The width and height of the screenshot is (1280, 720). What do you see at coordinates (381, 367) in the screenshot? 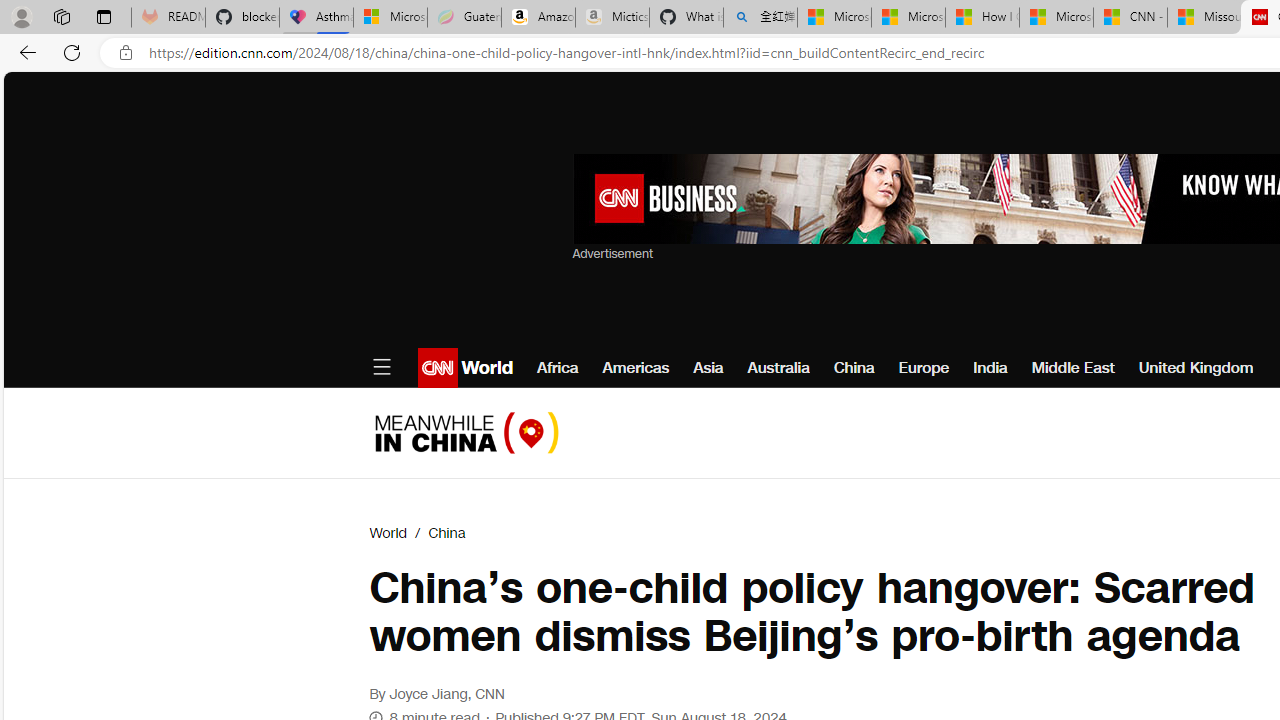
I see `'Open Menu Icon'` at bounding box center [381, 367].